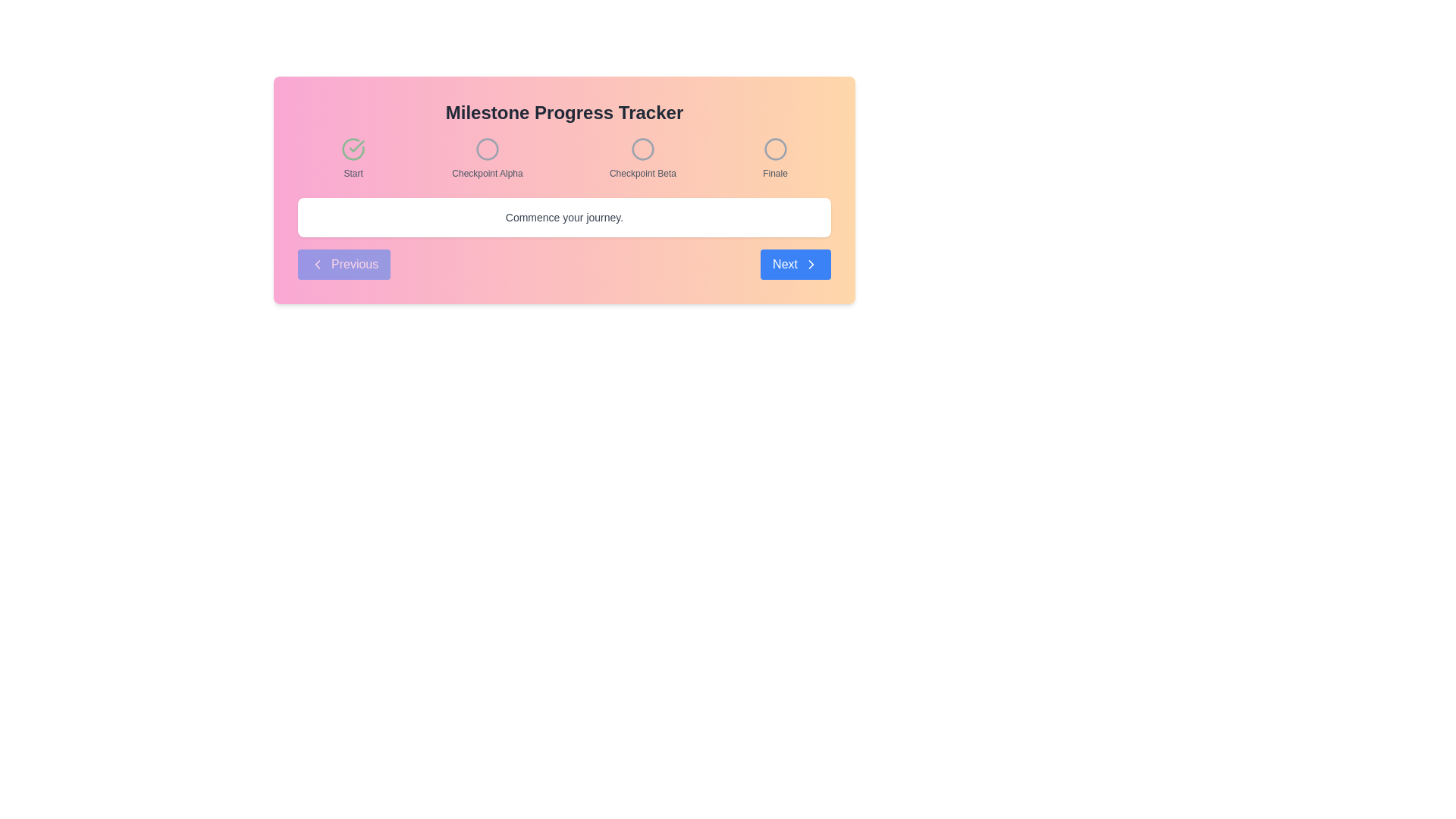 The width and height of the screenshot is (1456, 819). Describe the element at coordinates (642, 158) in the screenshot. I see `the Progress milestone indicator labeled 'Checkpoint Beta', which is a circular icon followed by a small, gray font label, positioned third in the milestone progress tracker` at that location.